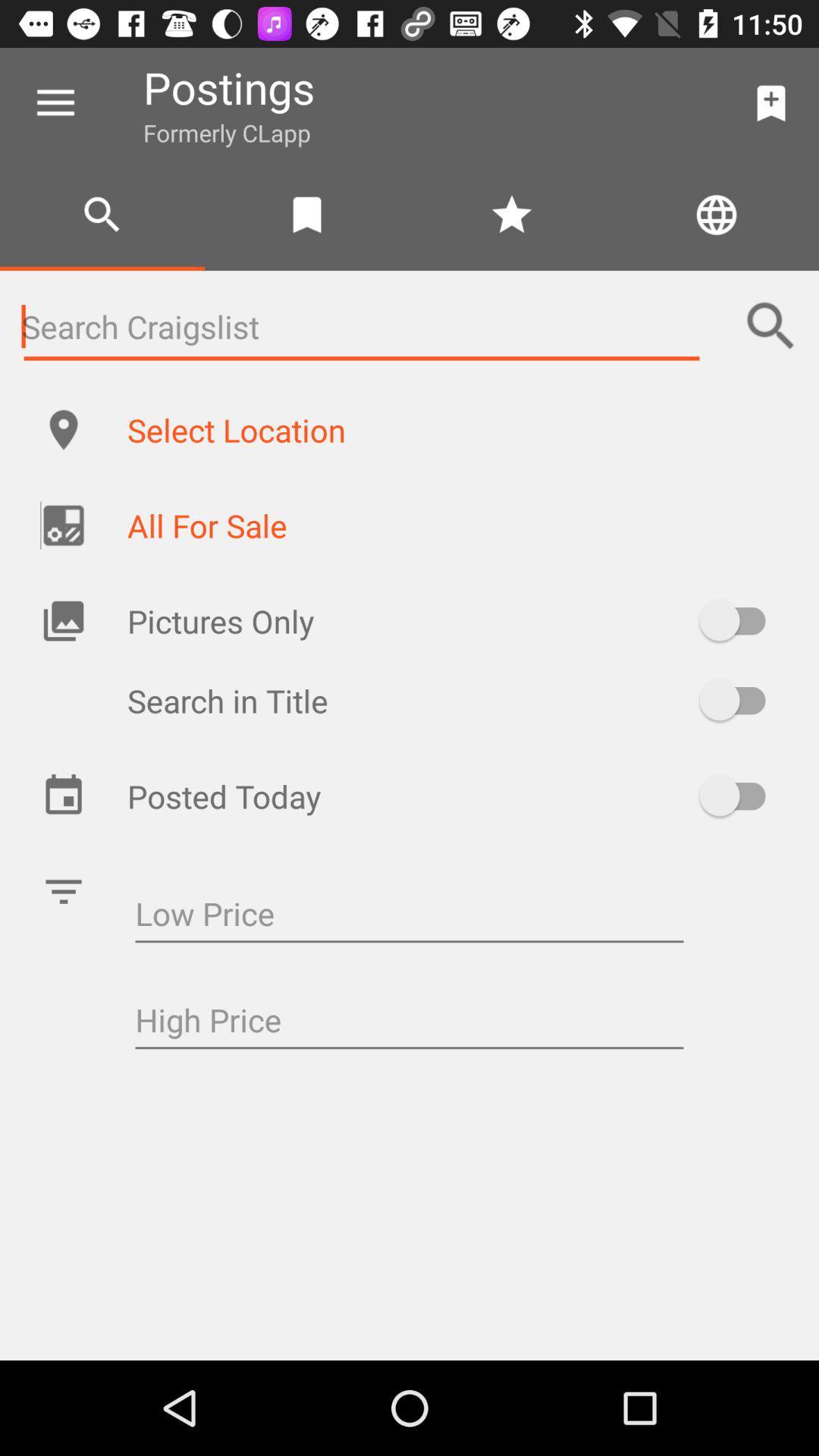 Image resolution: width=819 pixels, height=1456 pixels. I want to click on search in title, so click(739, 699).